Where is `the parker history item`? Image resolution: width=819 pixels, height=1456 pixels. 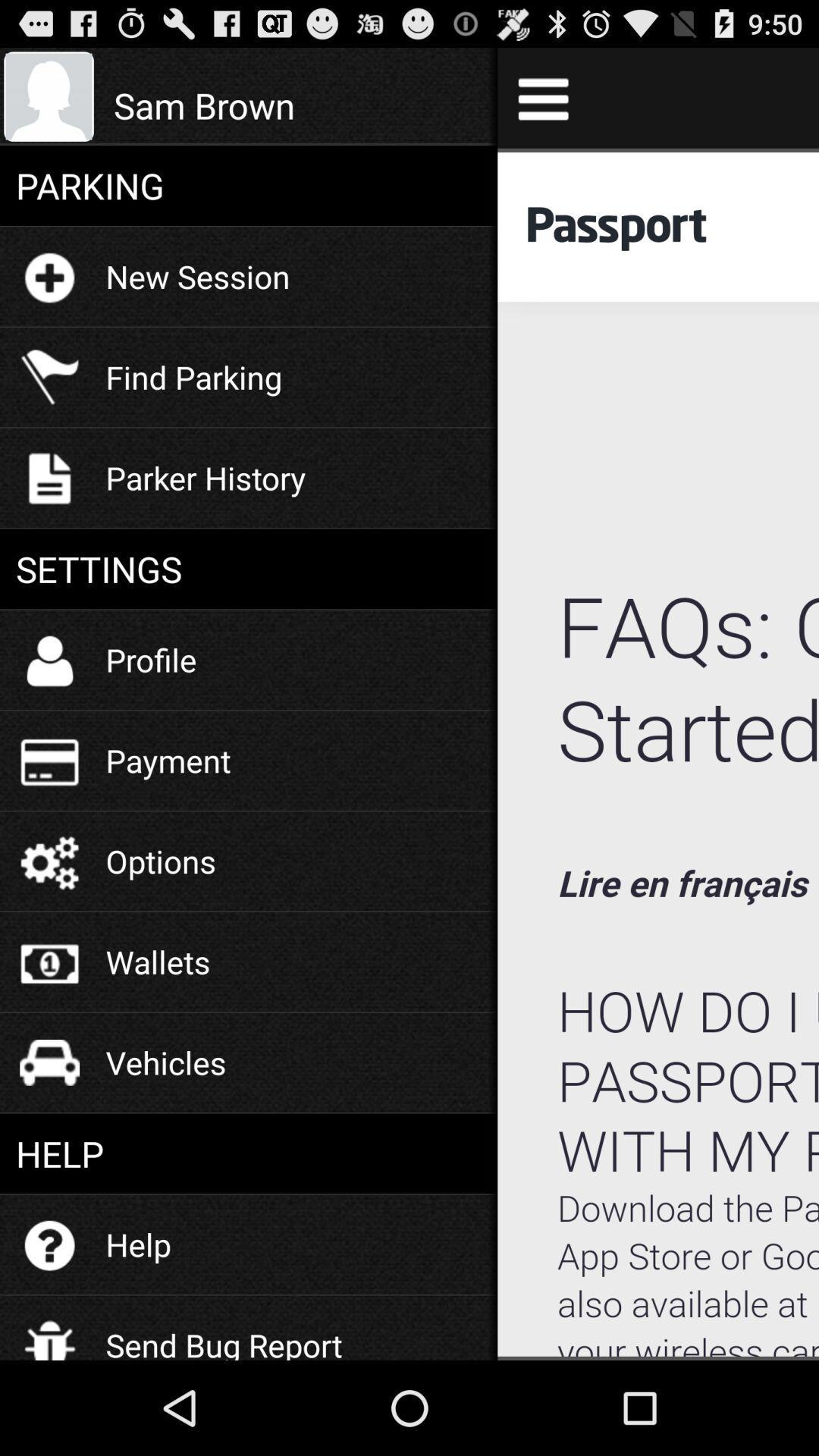 the parker history item is located at coordinates (206, 476).